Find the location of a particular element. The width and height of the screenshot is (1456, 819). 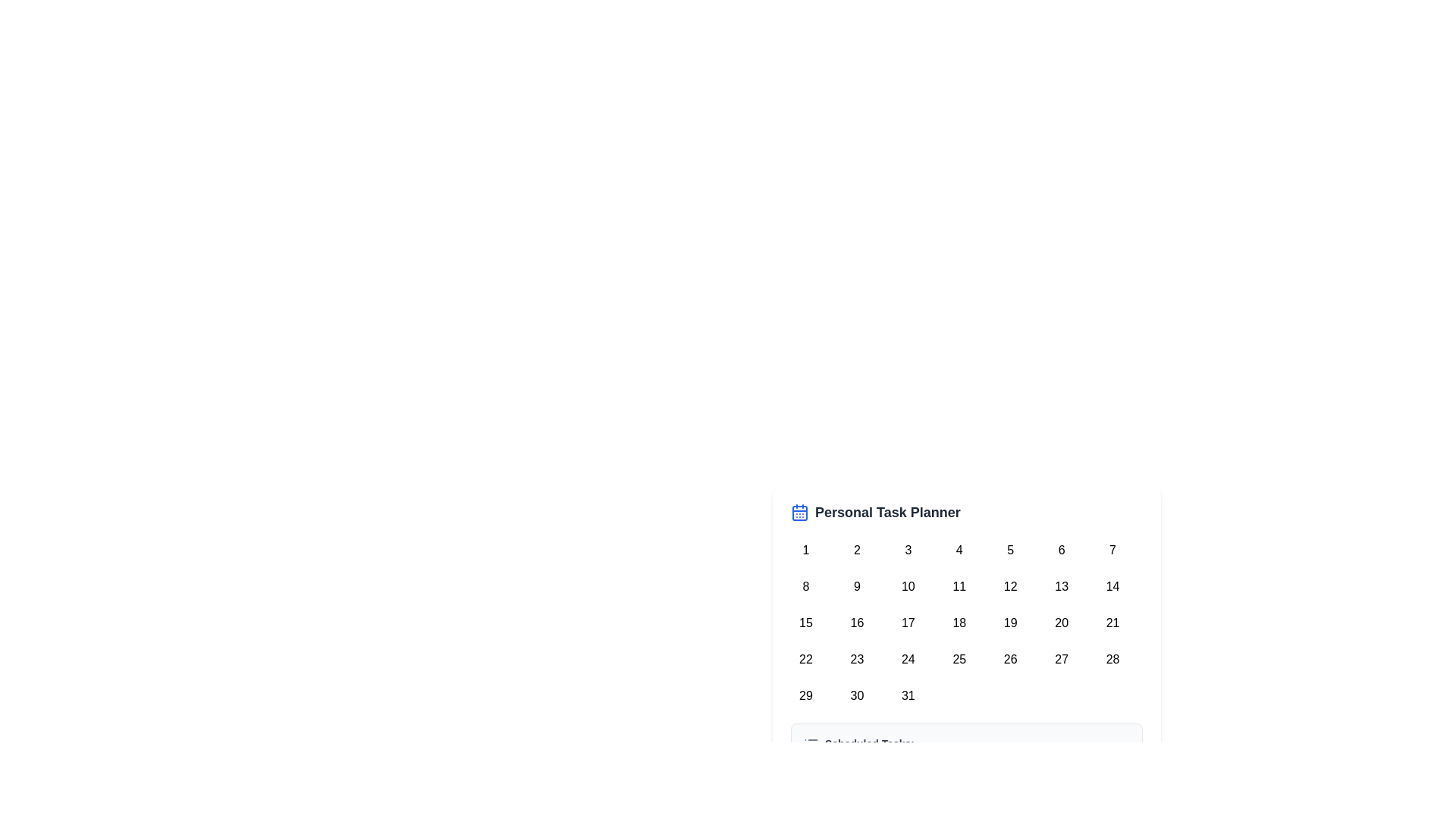

the selectable button labeled '16' in the calendar grid located in the 'Personal Task Planner' section is located at coordinates (857, 623).